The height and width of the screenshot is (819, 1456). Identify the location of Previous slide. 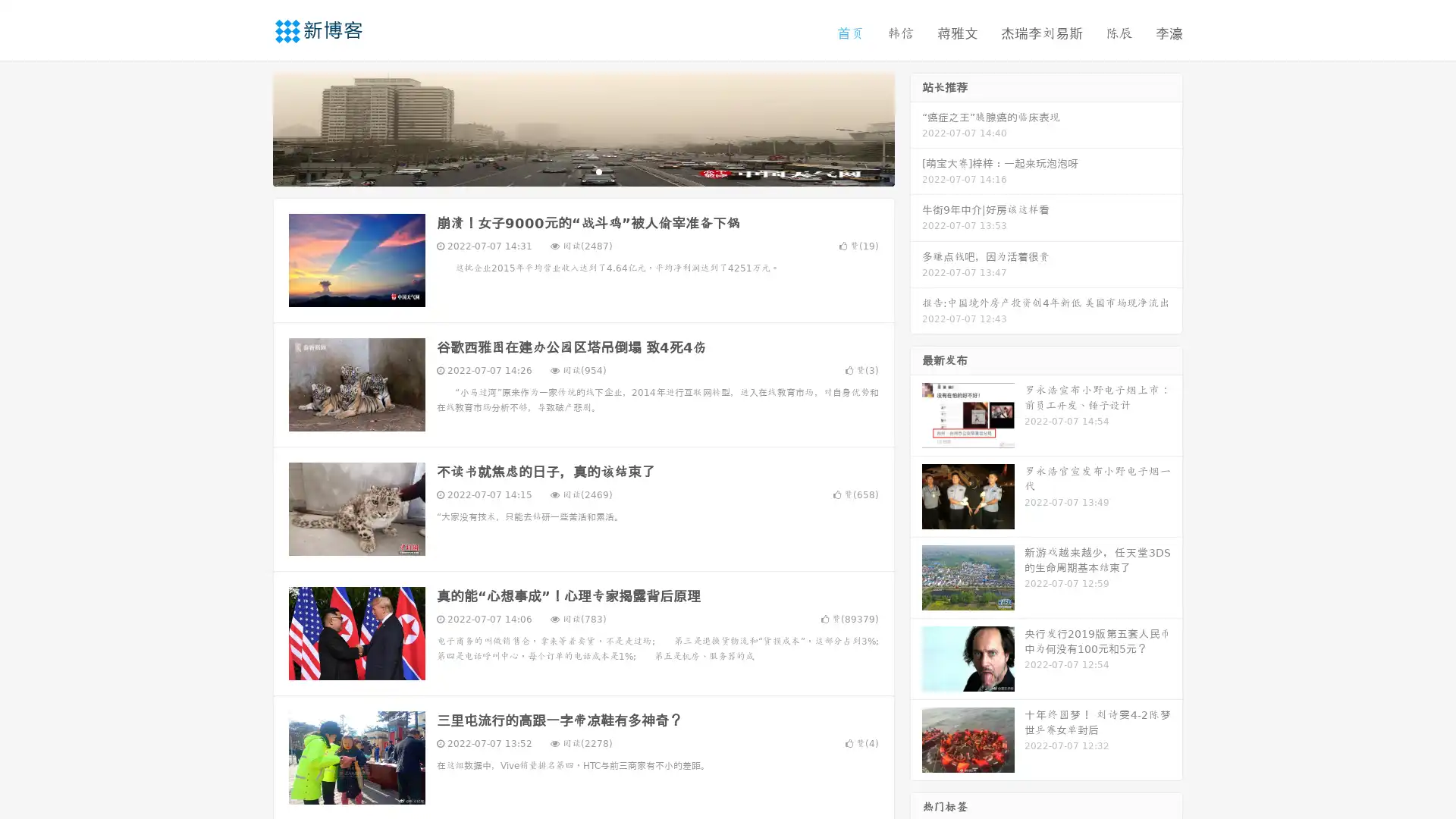
(250, 127).